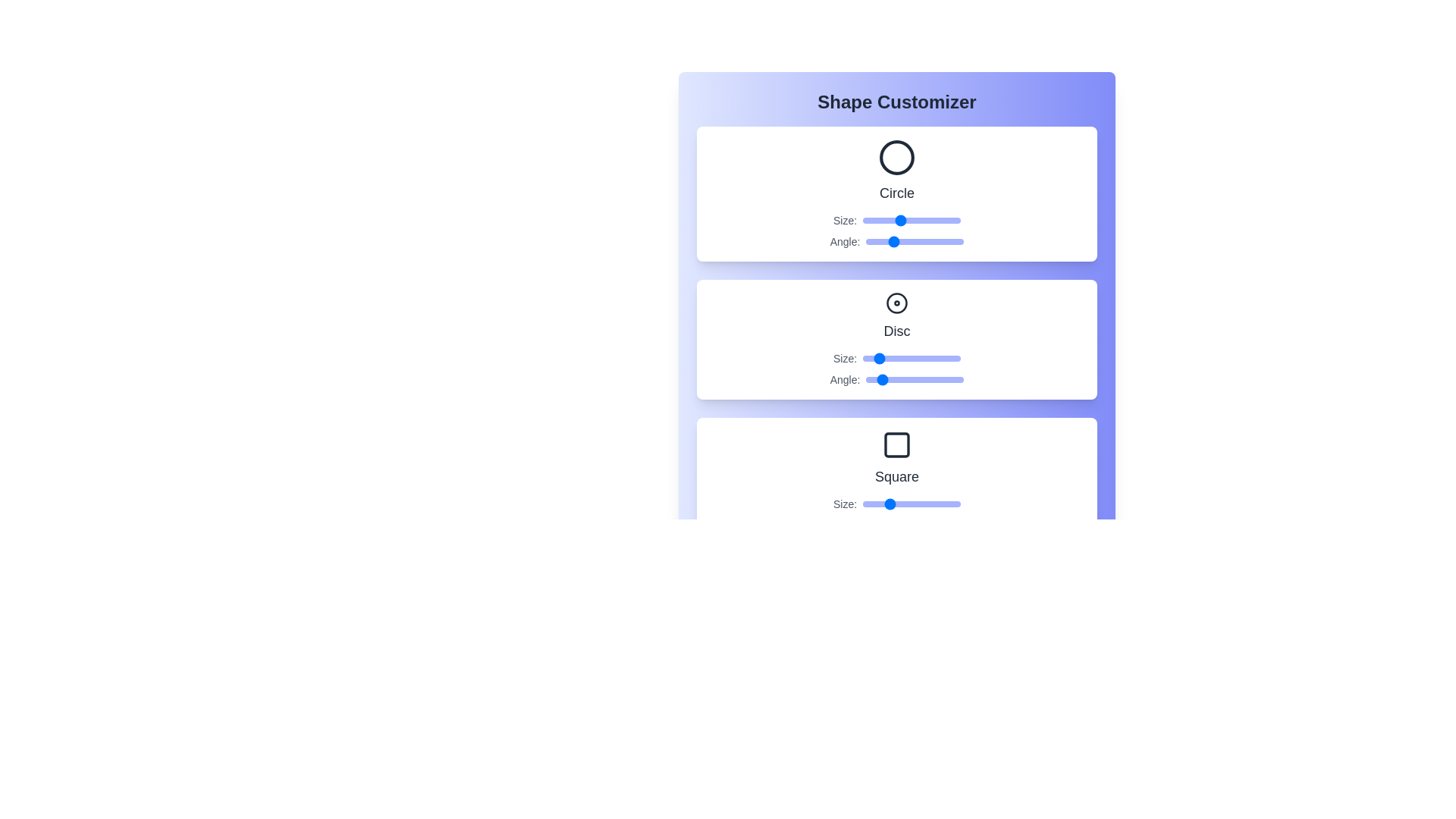  I want to click on the Circle size slider to 67, so click(919, 220).